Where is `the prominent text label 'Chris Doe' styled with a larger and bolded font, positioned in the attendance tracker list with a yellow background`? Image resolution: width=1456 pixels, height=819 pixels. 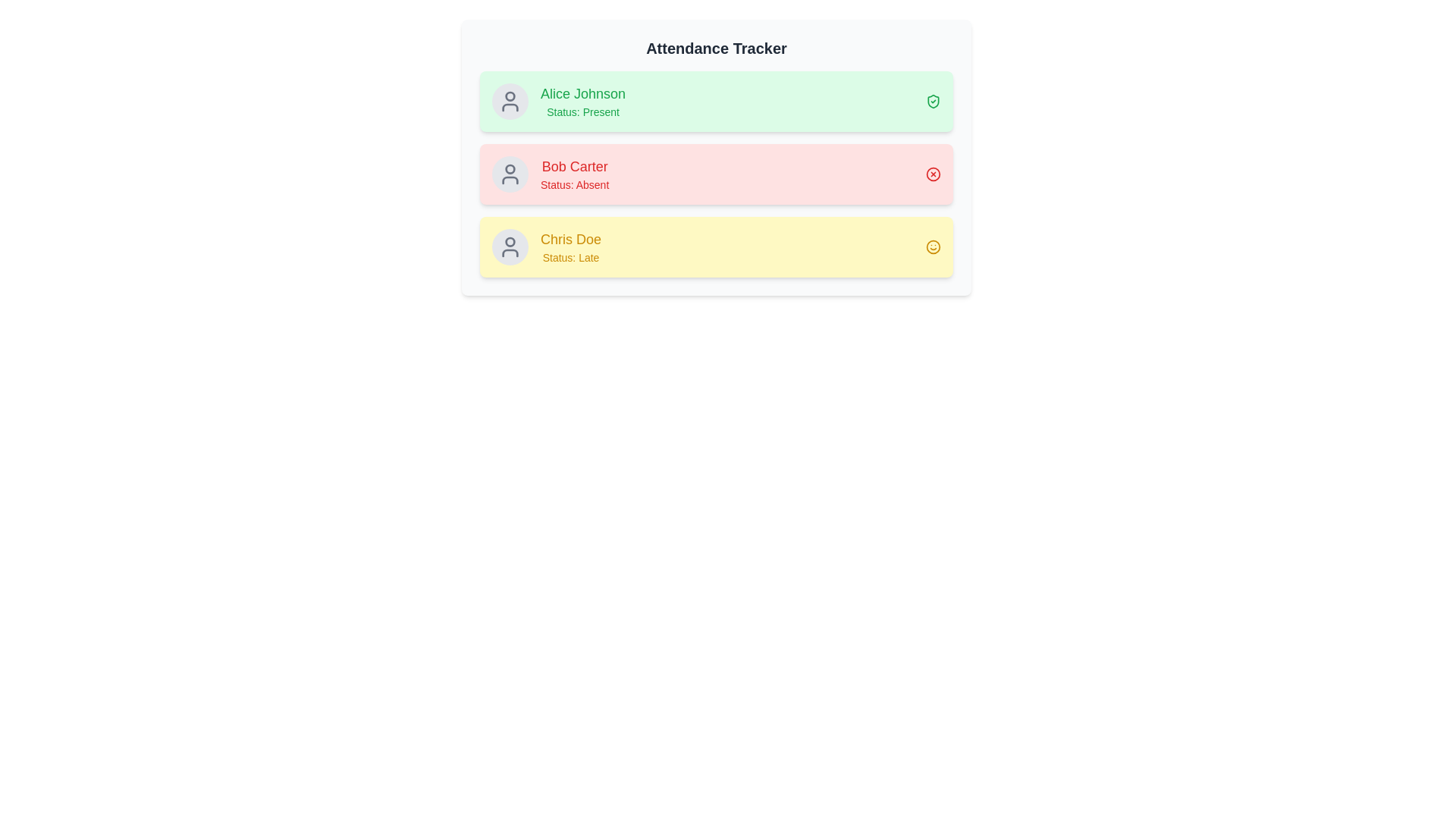
the prominent text label 'Chris Doe' styled with a larger and bolded font, positioned in the attendance tracker list with a yellow background is located at coordinates (570, 239).